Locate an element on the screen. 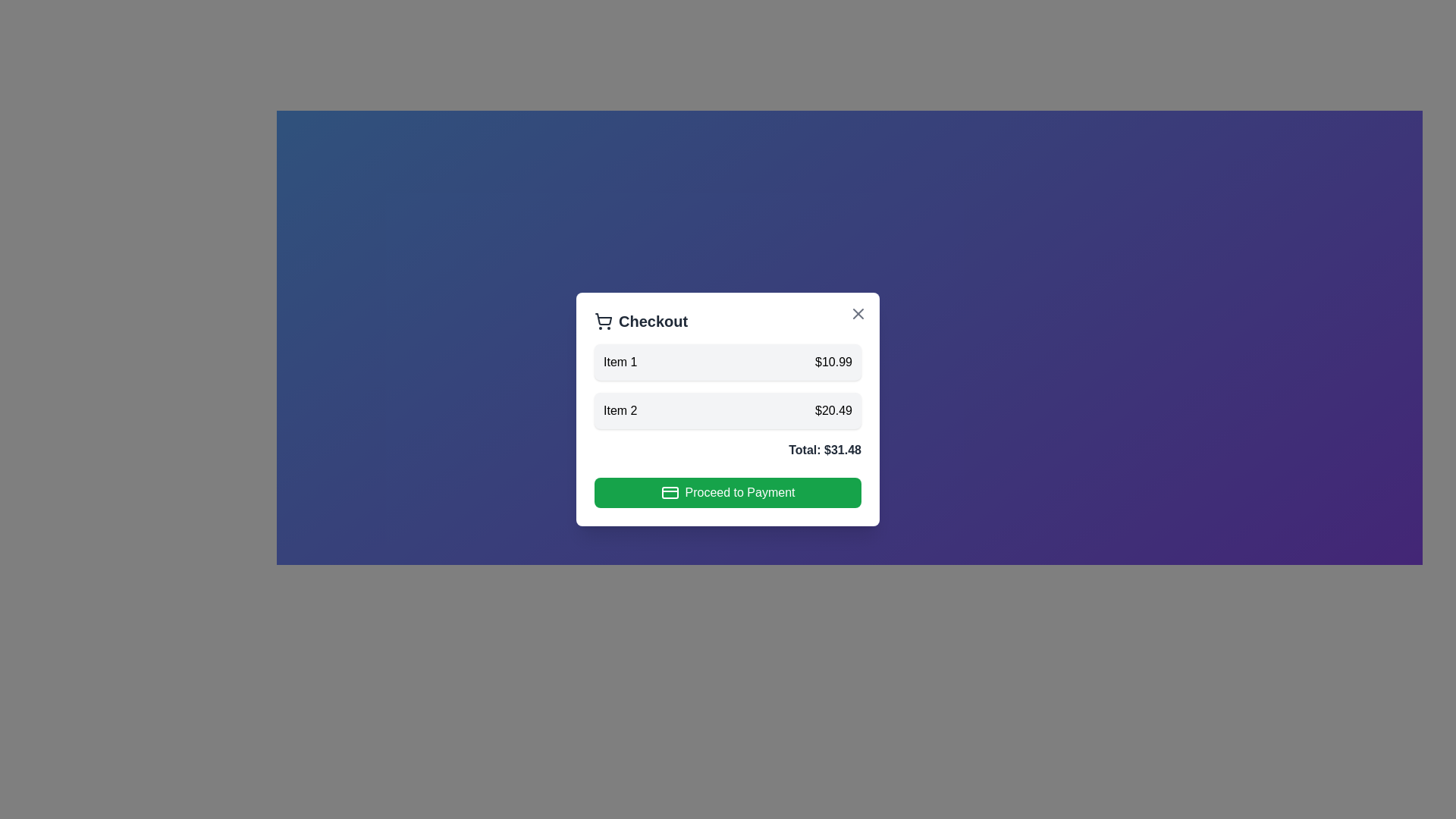 This screenshot has width=1456, height=819. the text label displaying the price '$10.99', which is positioned to the right of 'Item 1' within a light gray background card in the 'Checkout' dialog box is located at coordinates (833, 362).